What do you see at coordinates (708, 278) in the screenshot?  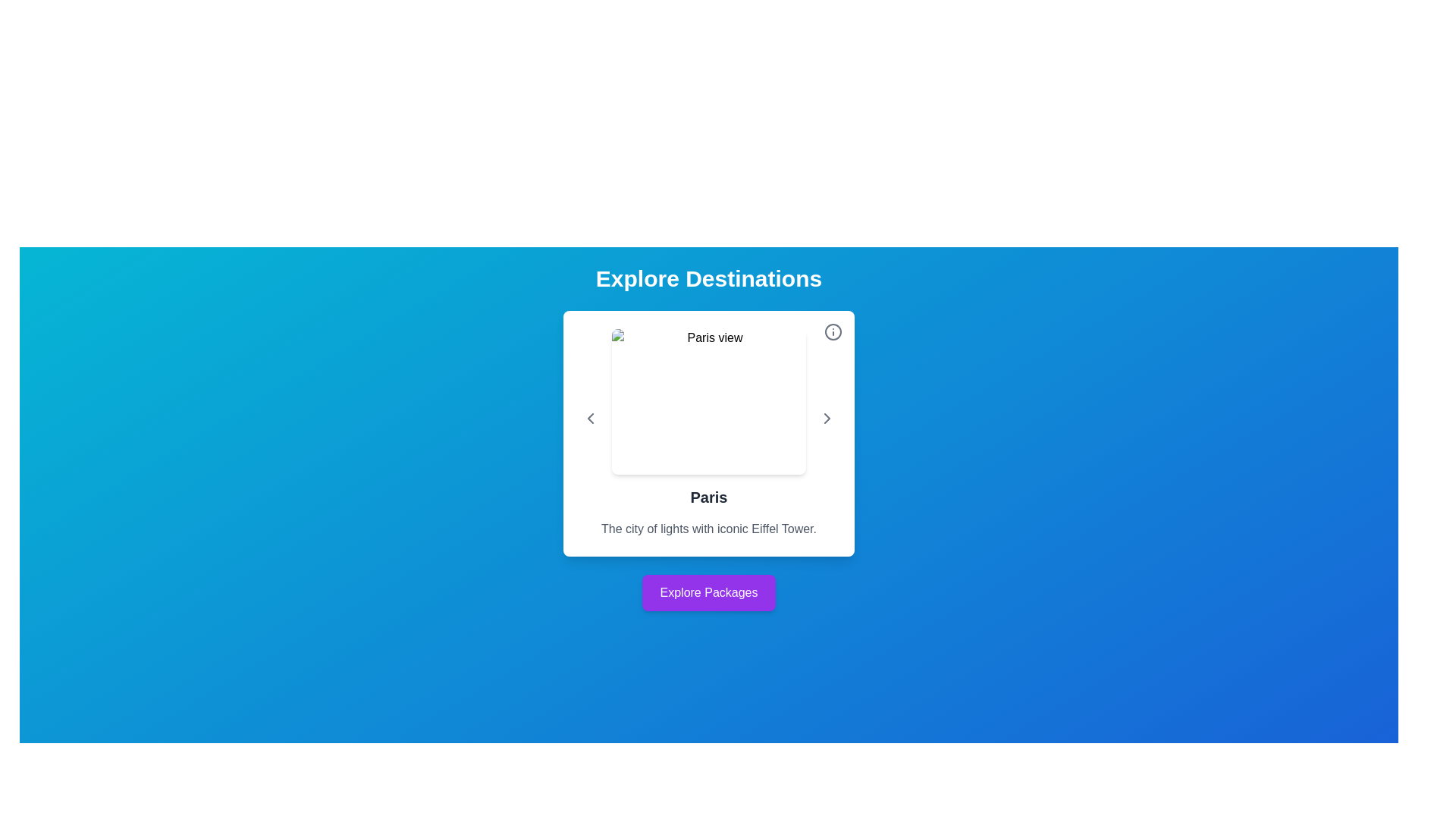 I see `the static text header located at the top center of the interface, which introduces the theme for exploring destinations` at bounding box center [708, 278].